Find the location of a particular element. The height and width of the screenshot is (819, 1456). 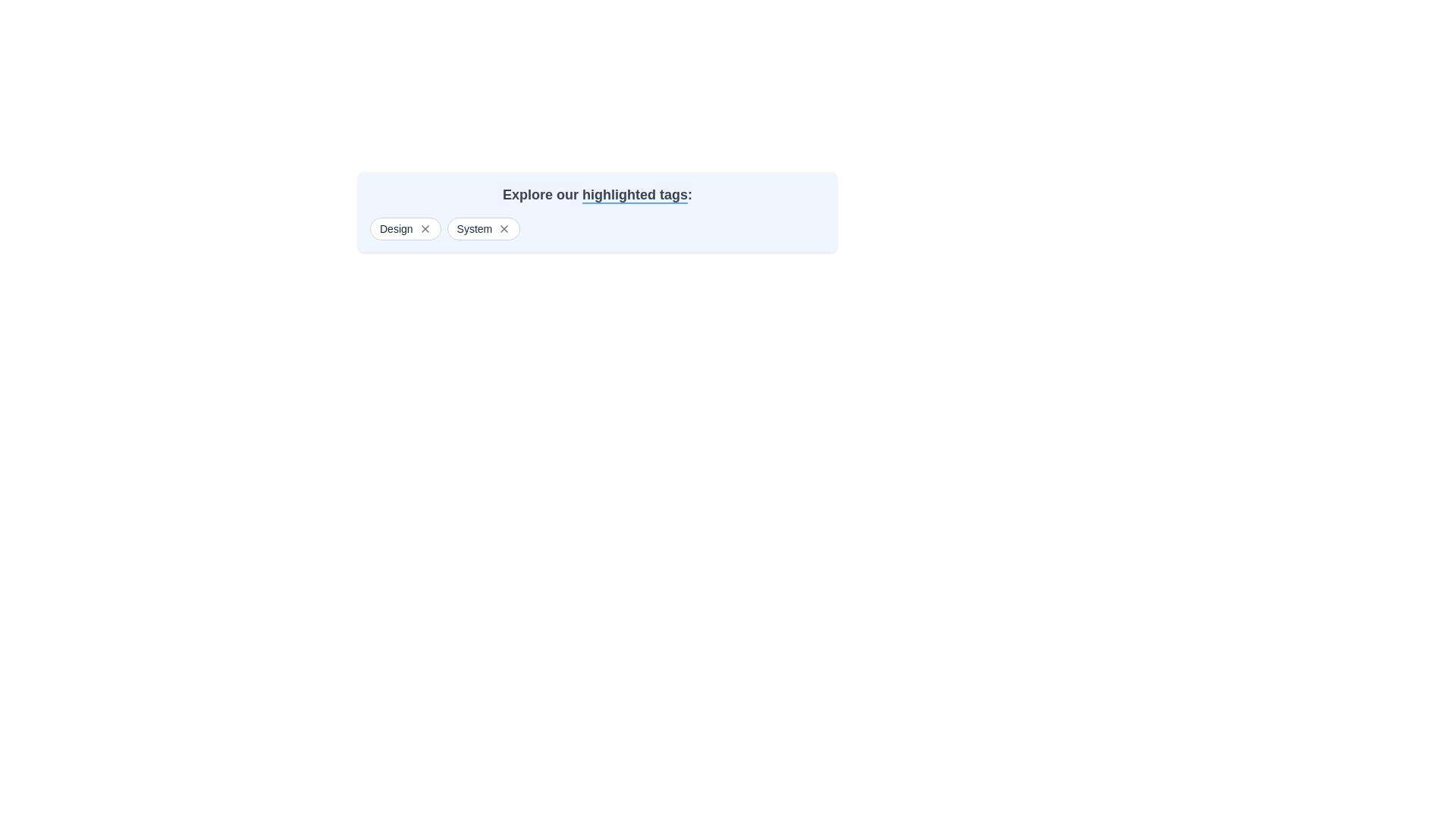

the 'X' icon button located on the right side of the 'System' button is located at coordinates (504, 228).